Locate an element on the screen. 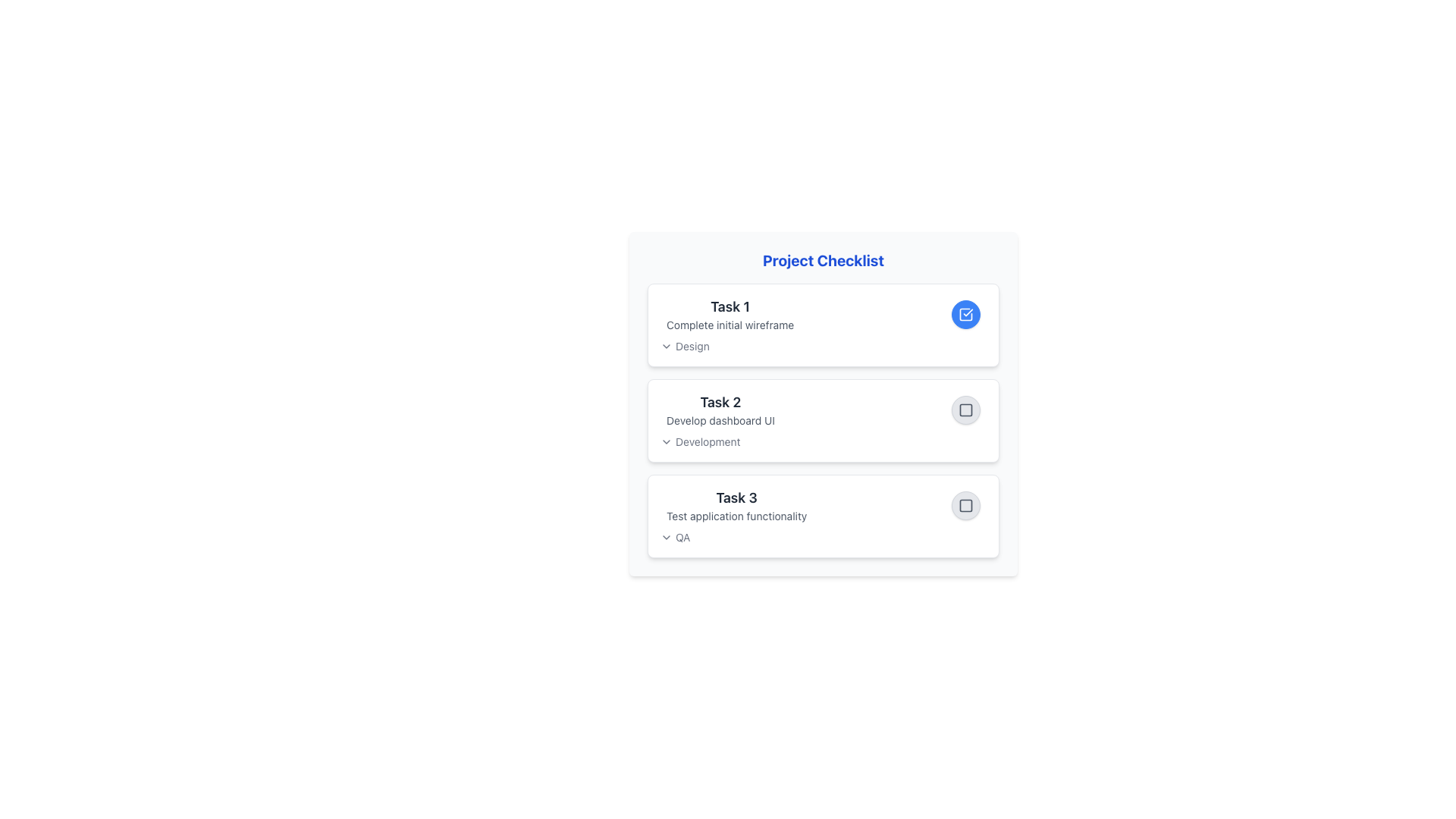 The width and height of the screenshot is (1456, 819). the blue outlined geometric shape resembling a partial rectangle or rounded square, located near the top-right of the first list item in the vertical task list is located at coordinates (965, 314).